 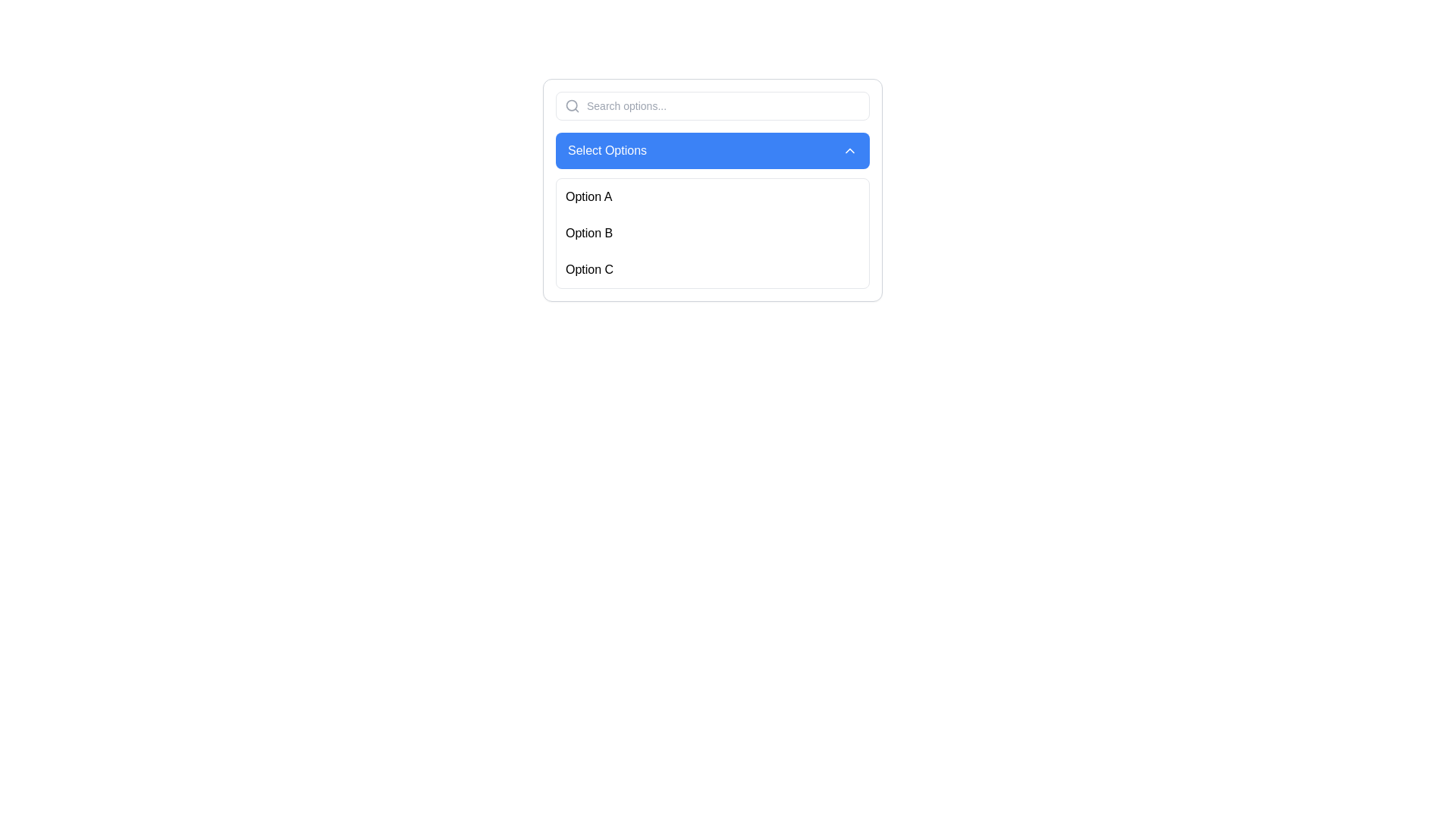 I want to click on the second option 'Option B' in the dropdown menu, so click(x=712, y=234).